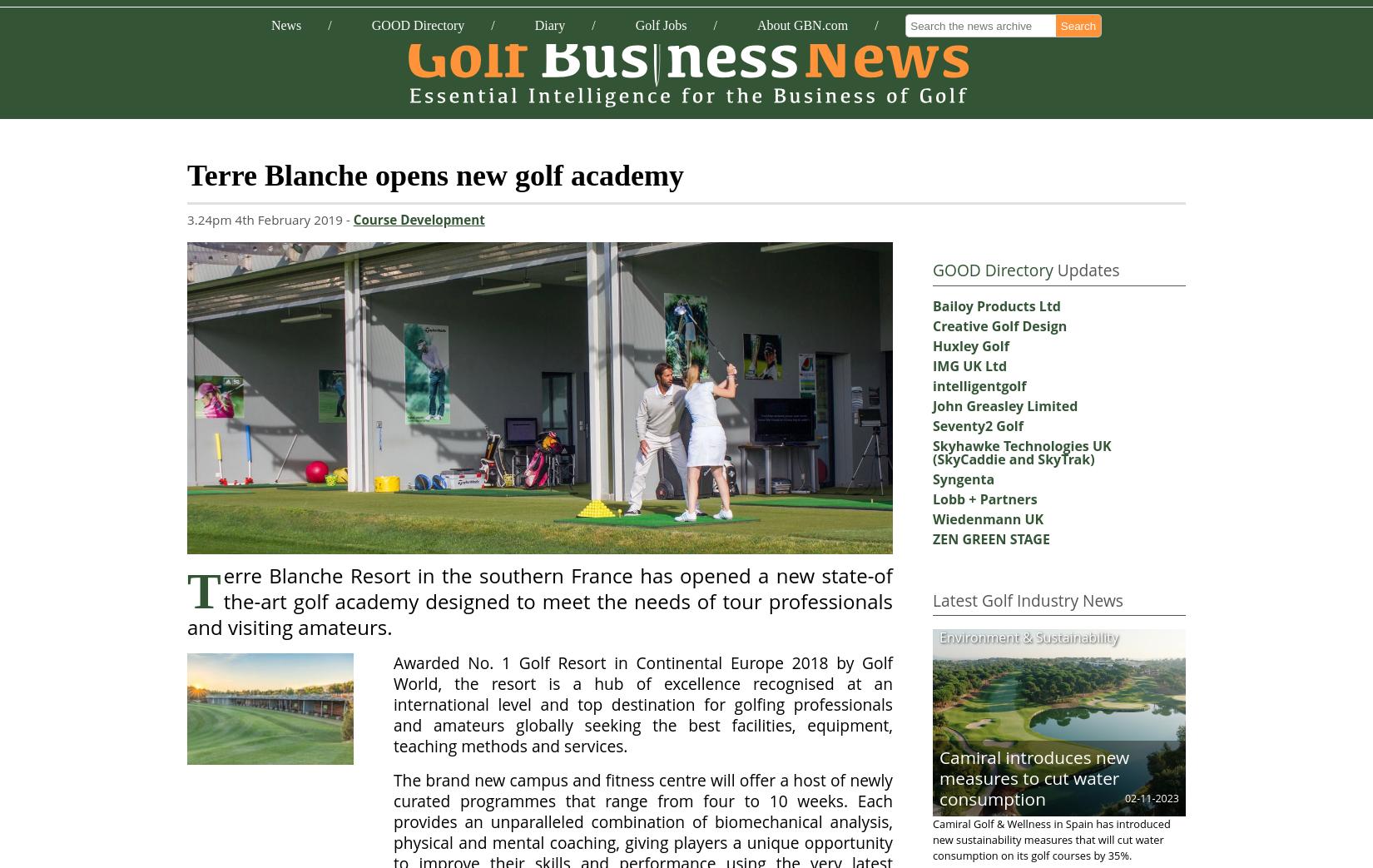 This screenshot has height=868, width=1373. Describe the element at coordinates (1021, 451) in the screenshot. I see `'Skyhawke Technologies UK (SkyCaddie and SkyTrak)'` at that location.